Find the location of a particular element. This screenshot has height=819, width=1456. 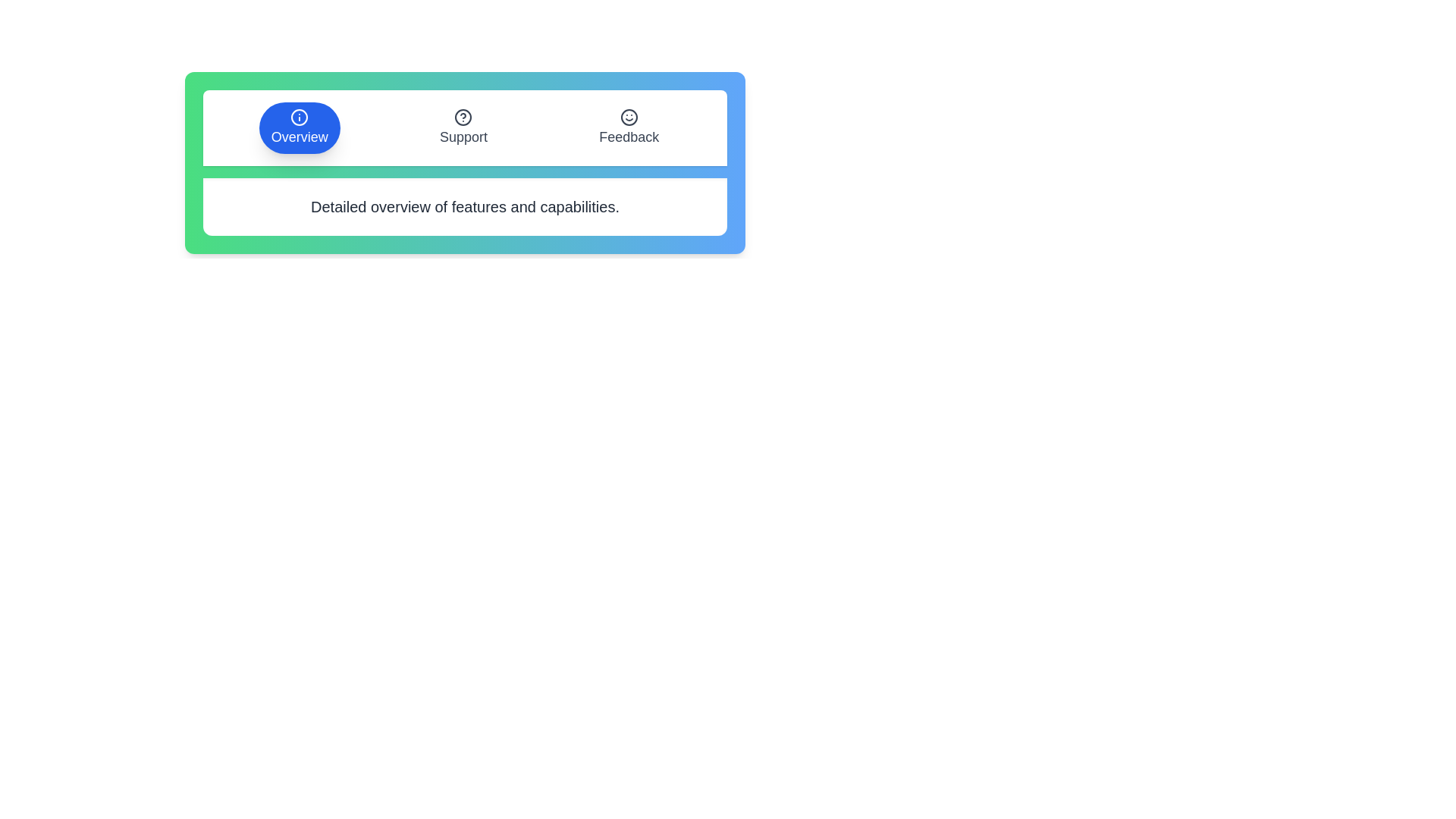

the tab labeled Overview to observe its hover effect is located at coordinates (300, 127).